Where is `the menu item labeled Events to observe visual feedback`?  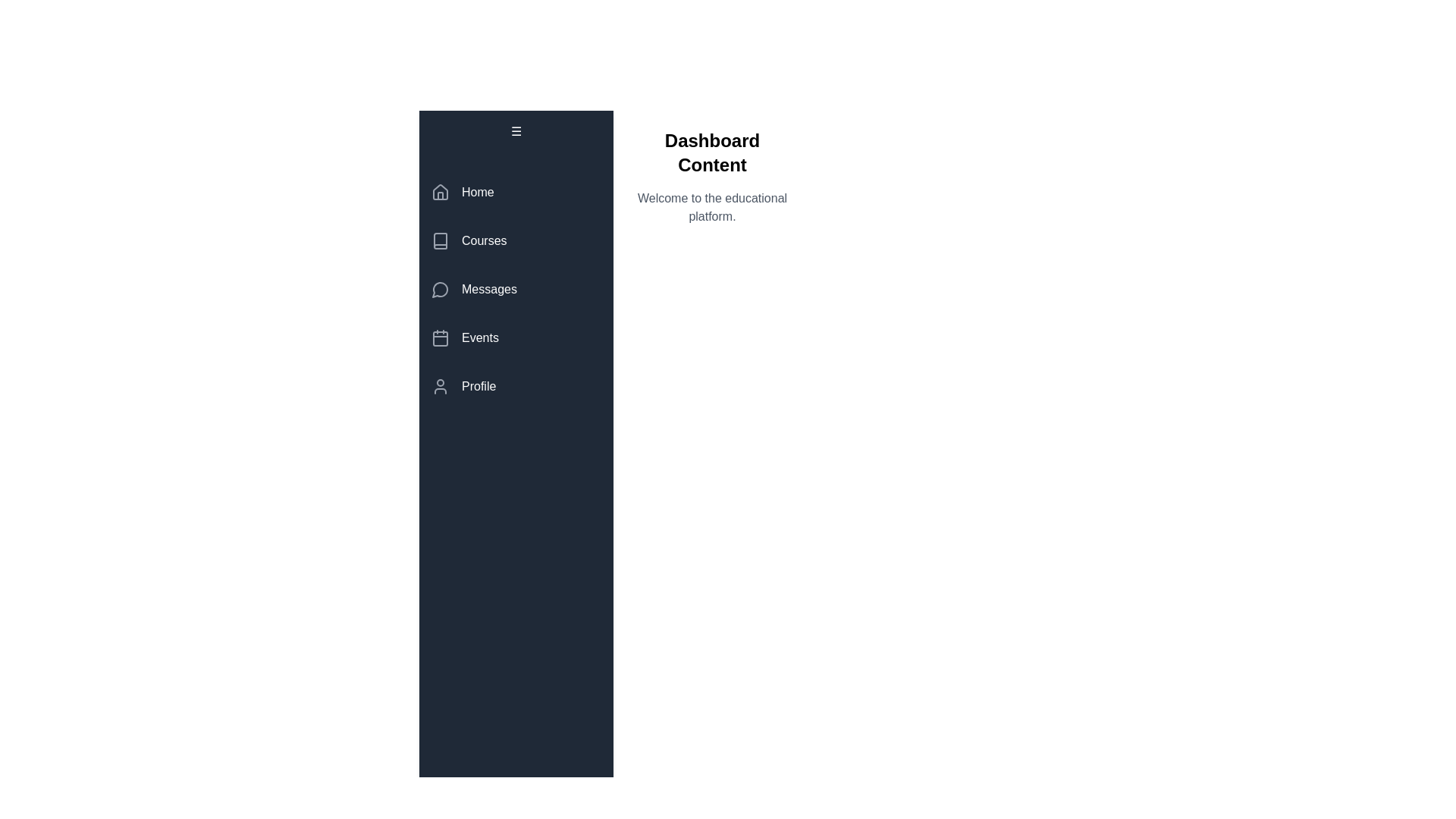 the menu item labeled Events to observe visual feedback is located at coordinates (516, 337).